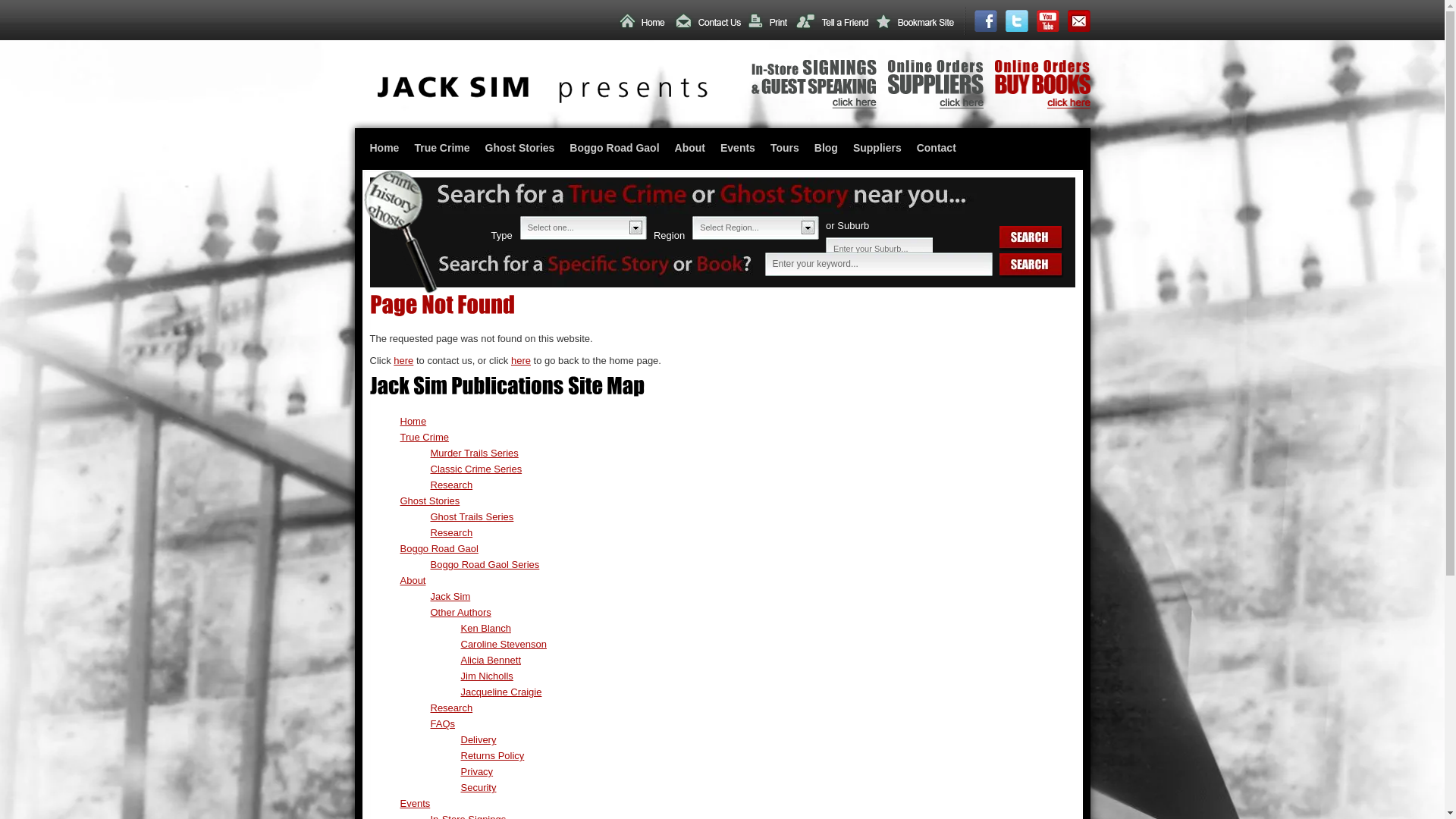  I want to click on 'Security', so click(478, 786).